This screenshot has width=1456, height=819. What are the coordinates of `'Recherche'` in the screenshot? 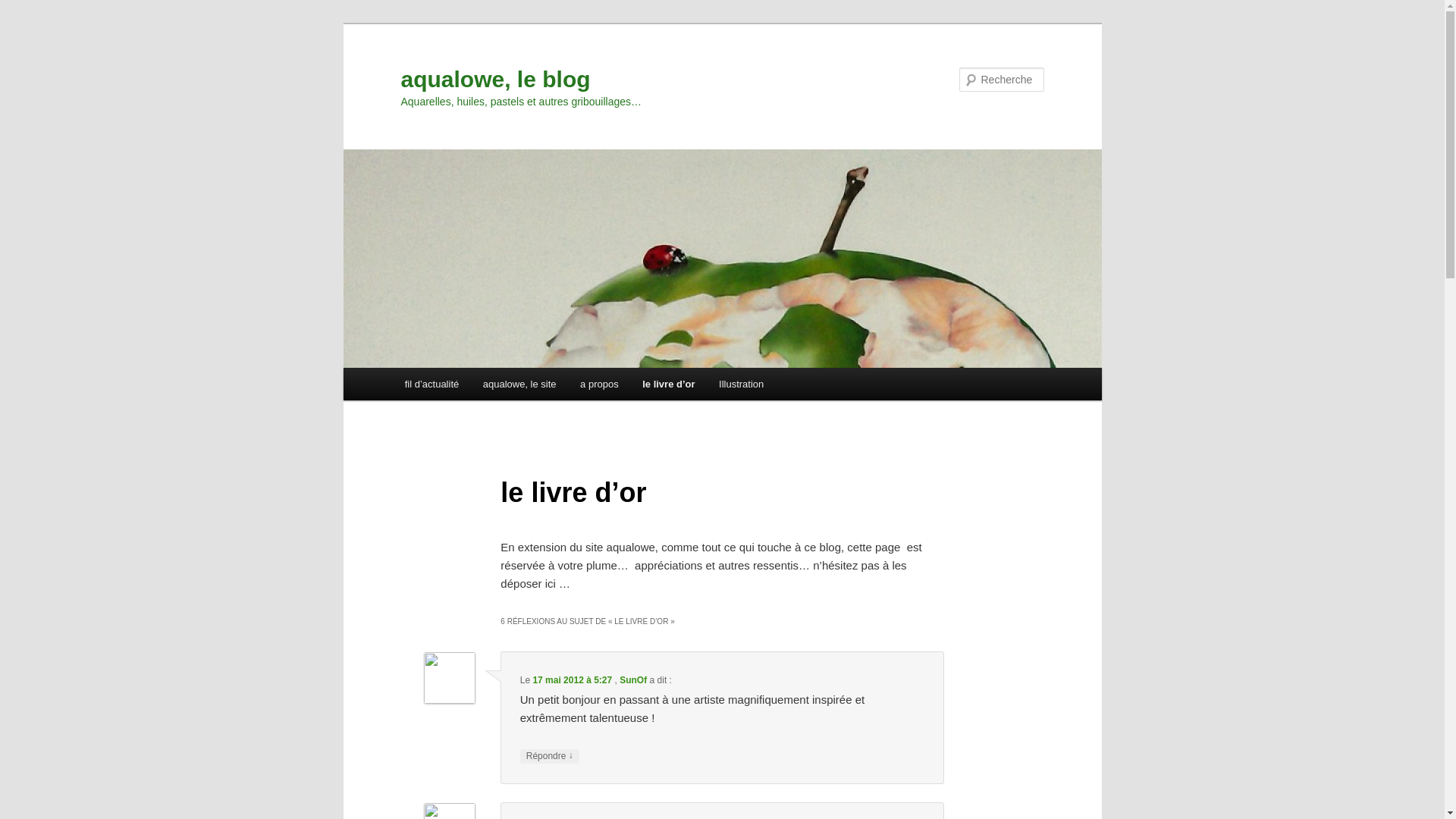 It's located at (33, 8).